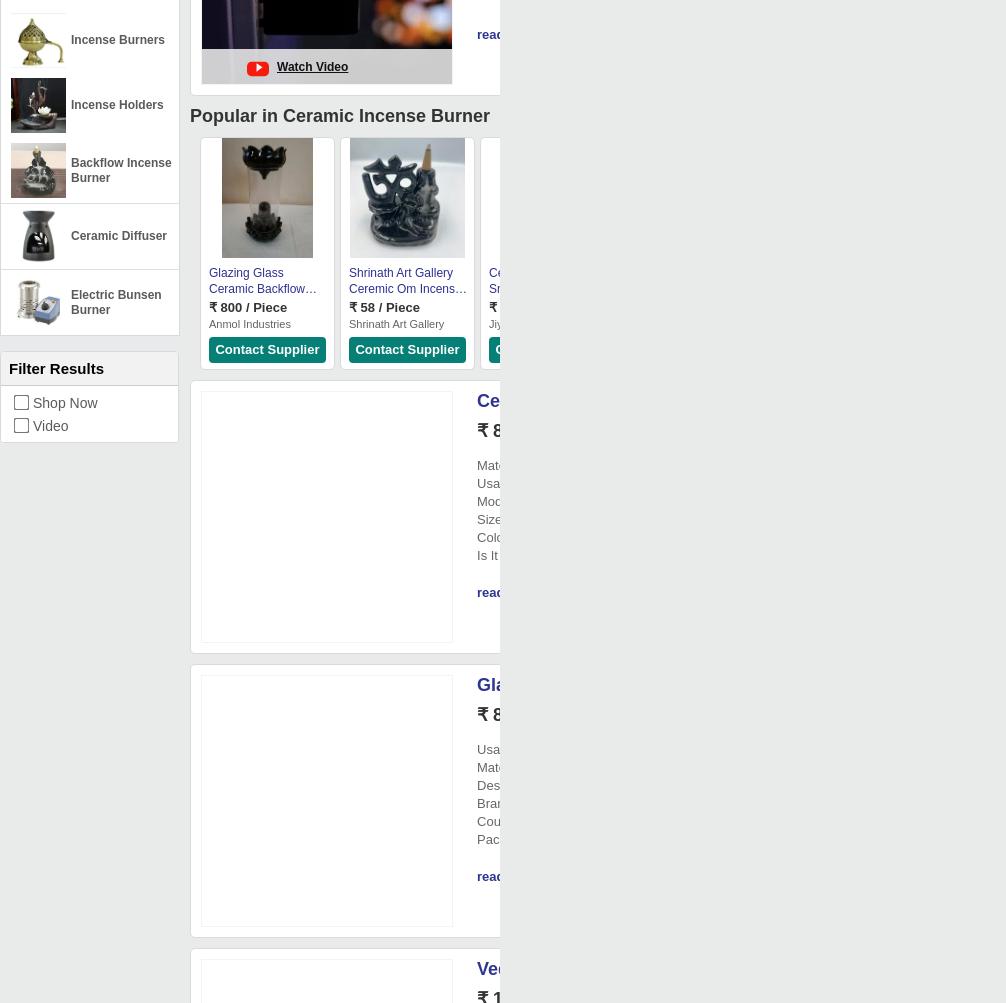  I want to click on 'Shrinath Art Gallery Ceremic Om Incense Burner', so click(404, 288).